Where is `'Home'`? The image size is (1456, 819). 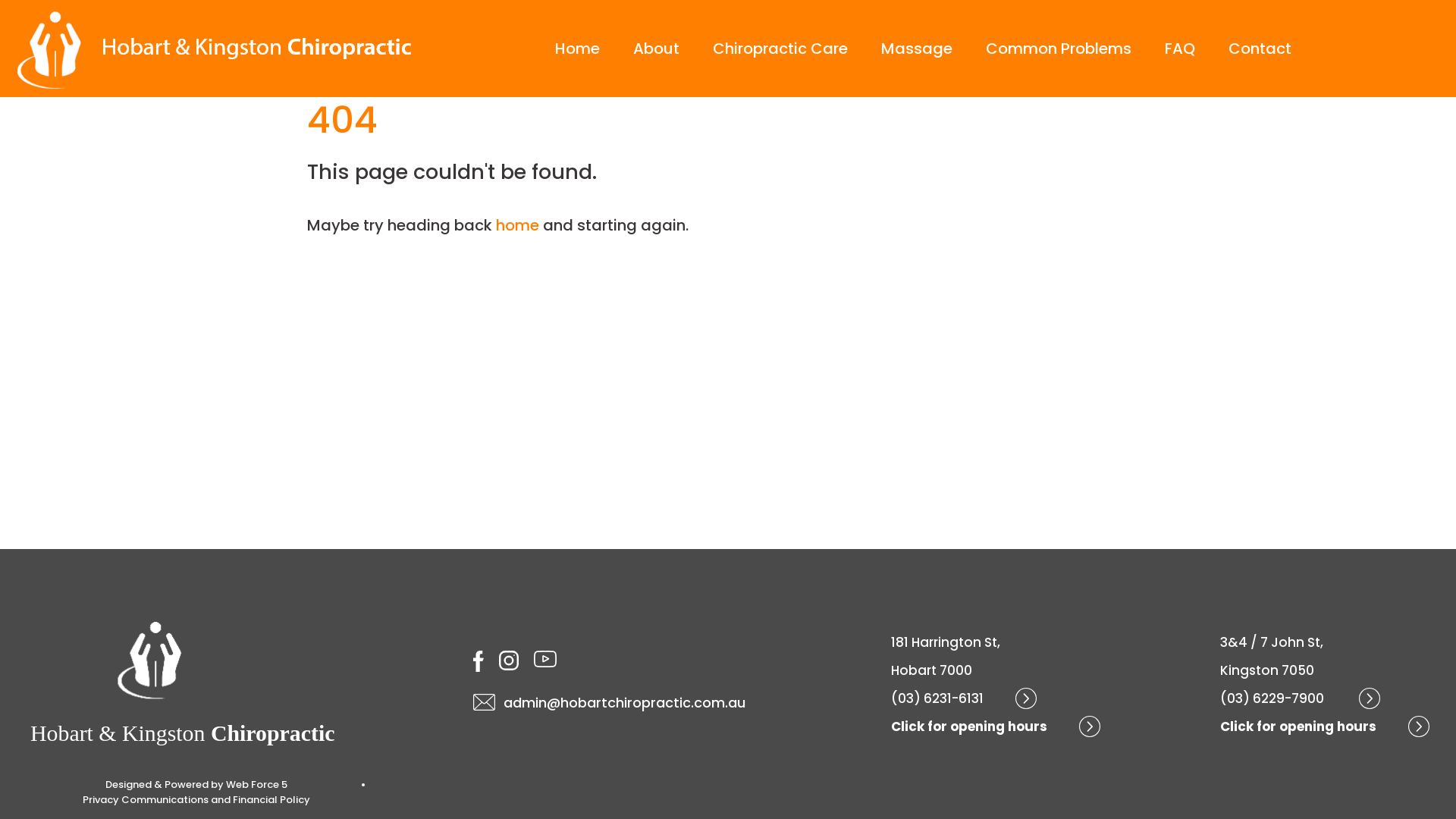 'Home' is located at coordinates (576, 48).